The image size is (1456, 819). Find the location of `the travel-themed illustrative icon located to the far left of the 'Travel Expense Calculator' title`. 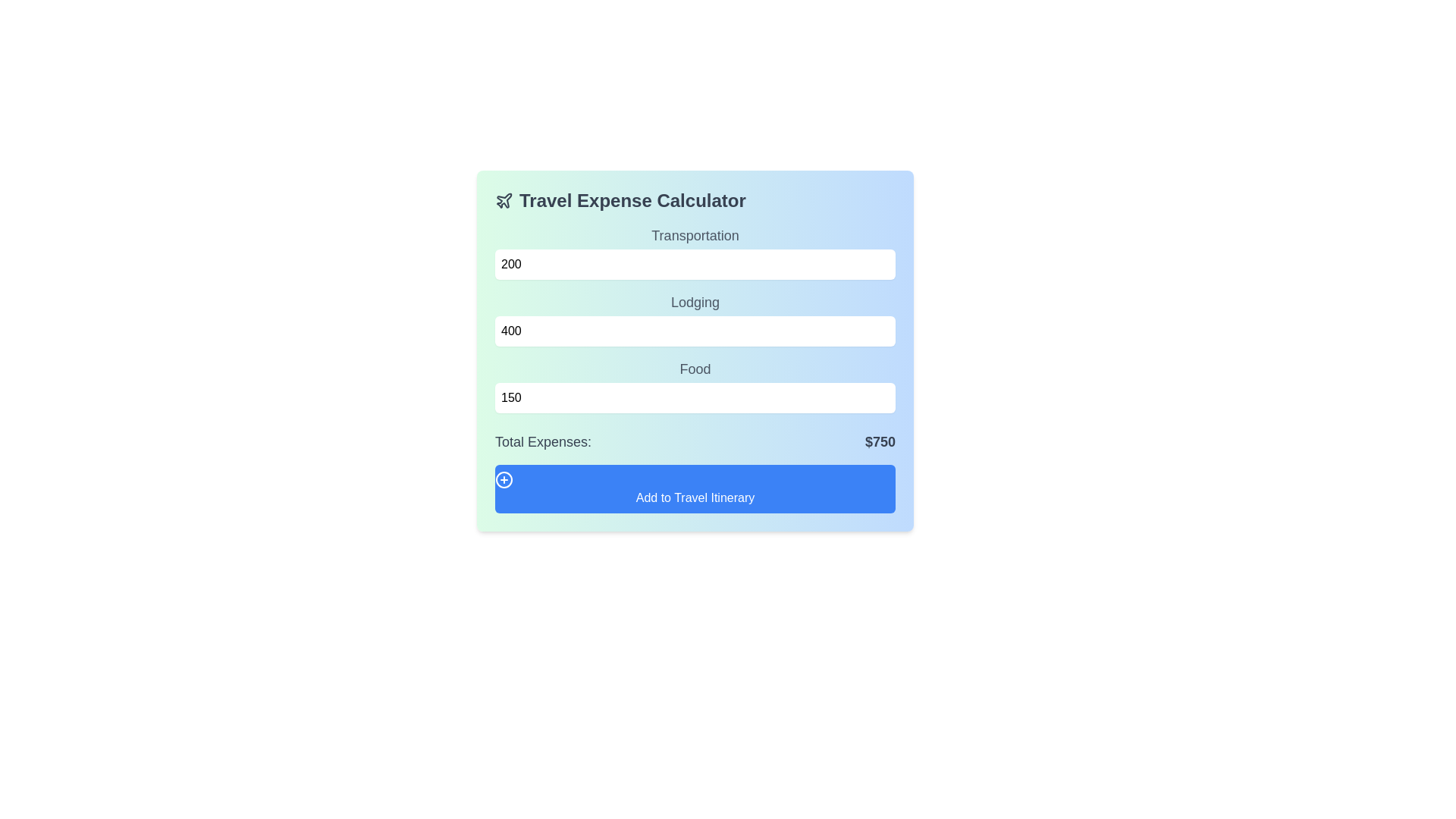

the travel-themed illustrative icon located to the far left of the 'Travel Expense Calculator' title is located at coordinates (504, 200).